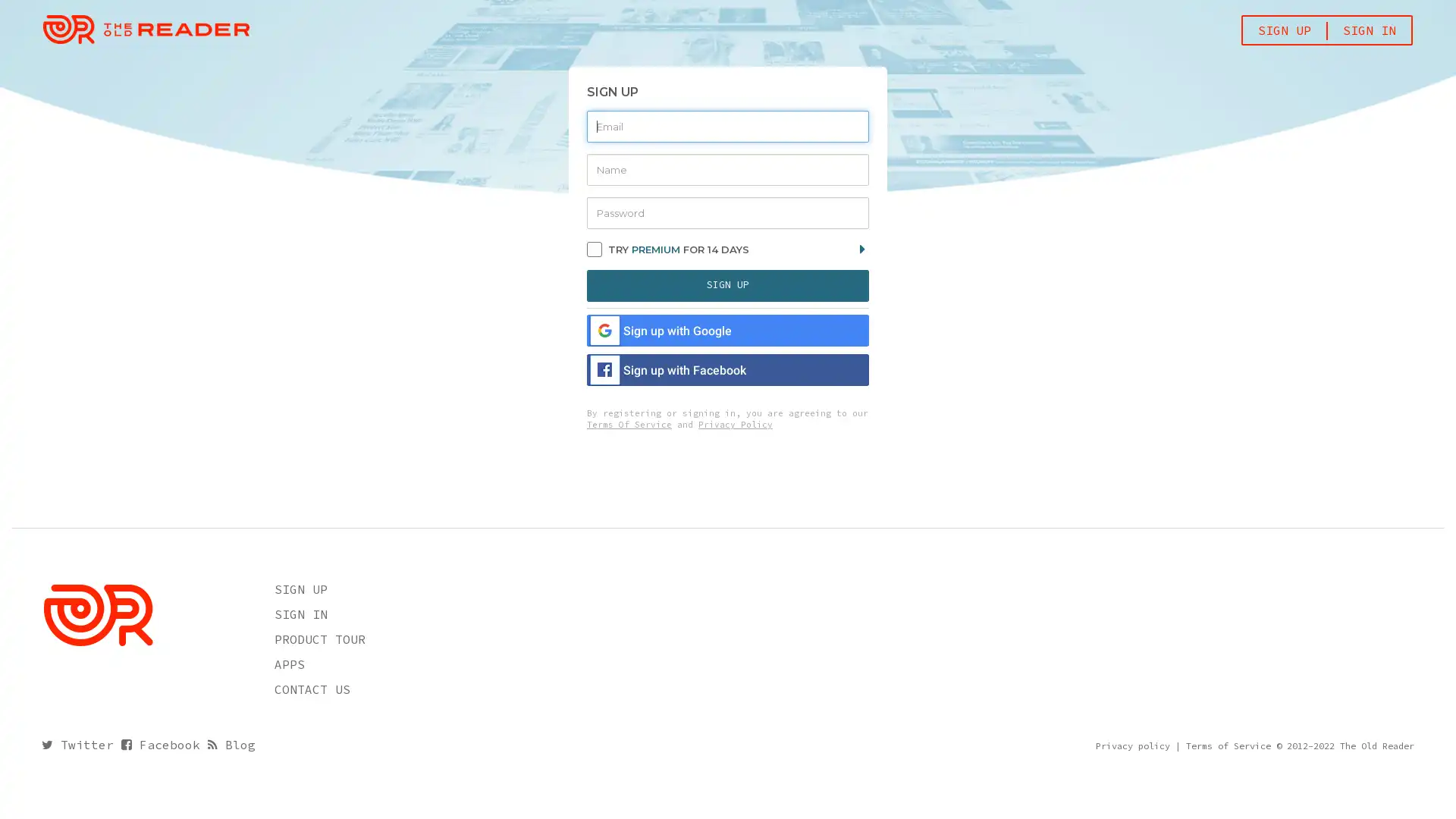 The height and width of the screenshot is (819, 1456). I want to click on PREMIUM, so click(655, 247).